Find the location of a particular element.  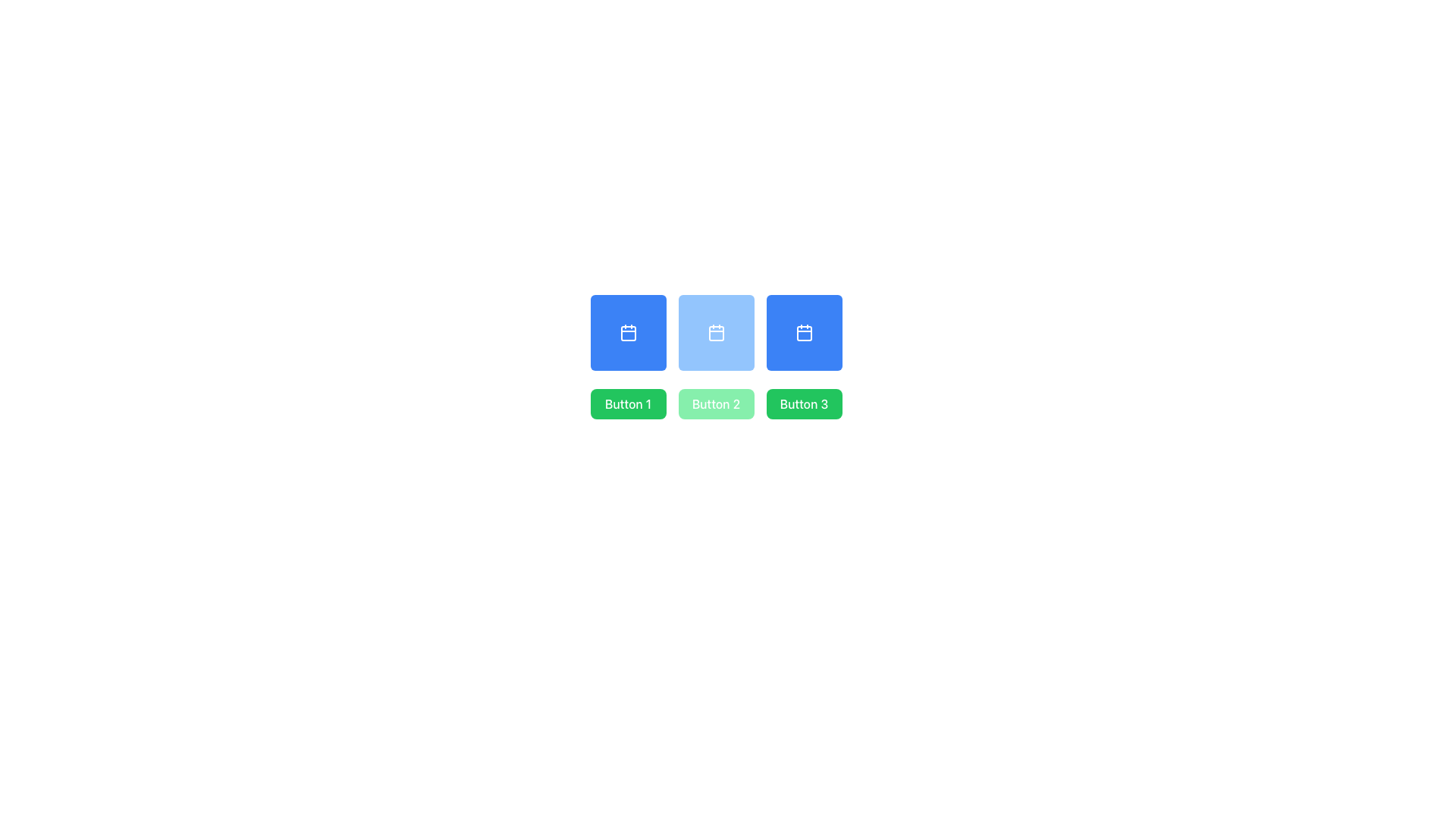

the SVG-based calendar icon located in the top-left position of a row of three similar icons is located at coordinates (628, 332).